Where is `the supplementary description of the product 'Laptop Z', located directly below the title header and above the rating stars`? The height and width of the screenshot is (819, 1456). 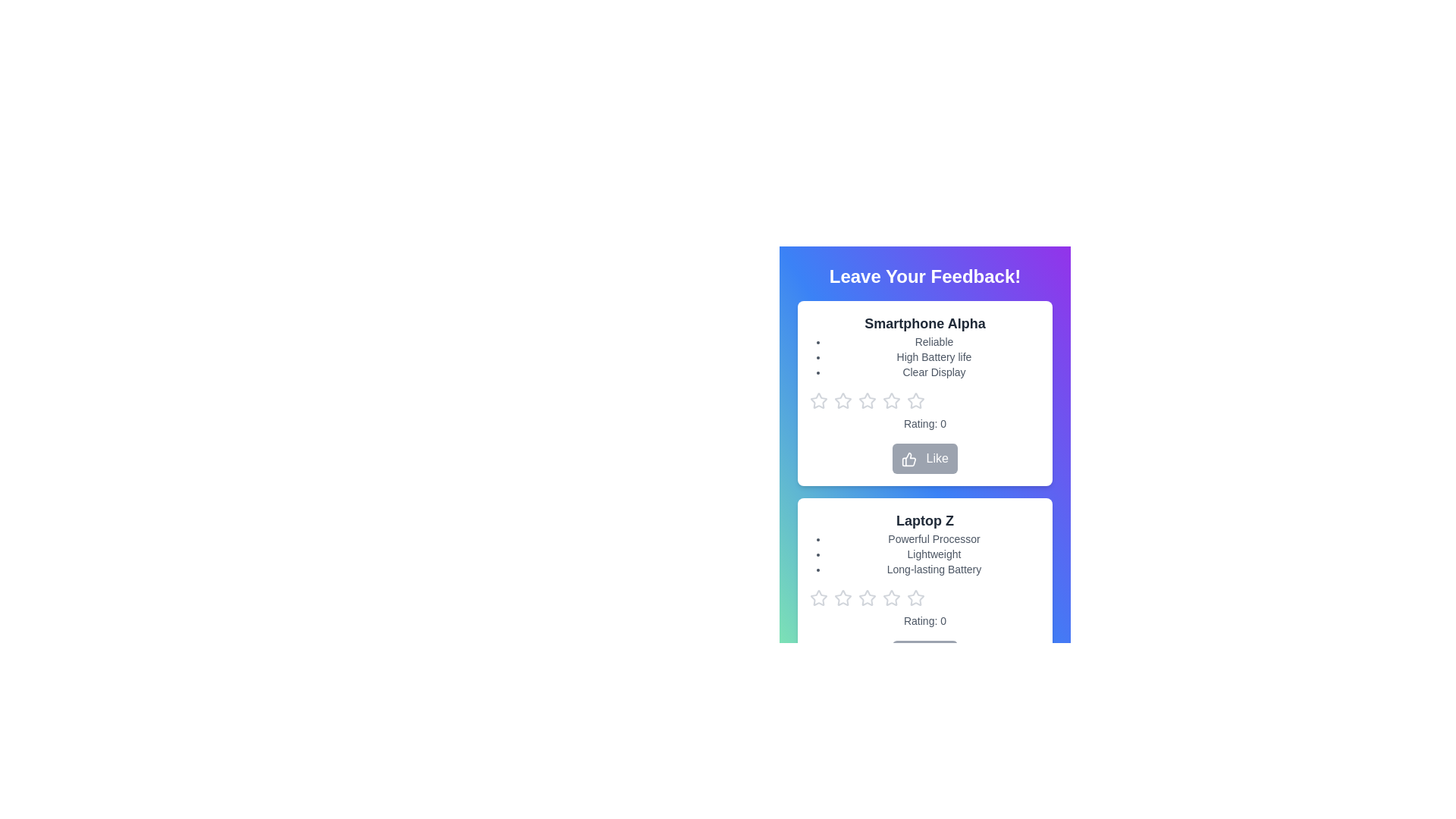
the supplementary description of the product 'Laptop Z', located directly below the title header and above the rating stars is located at coordinates (934, 554).